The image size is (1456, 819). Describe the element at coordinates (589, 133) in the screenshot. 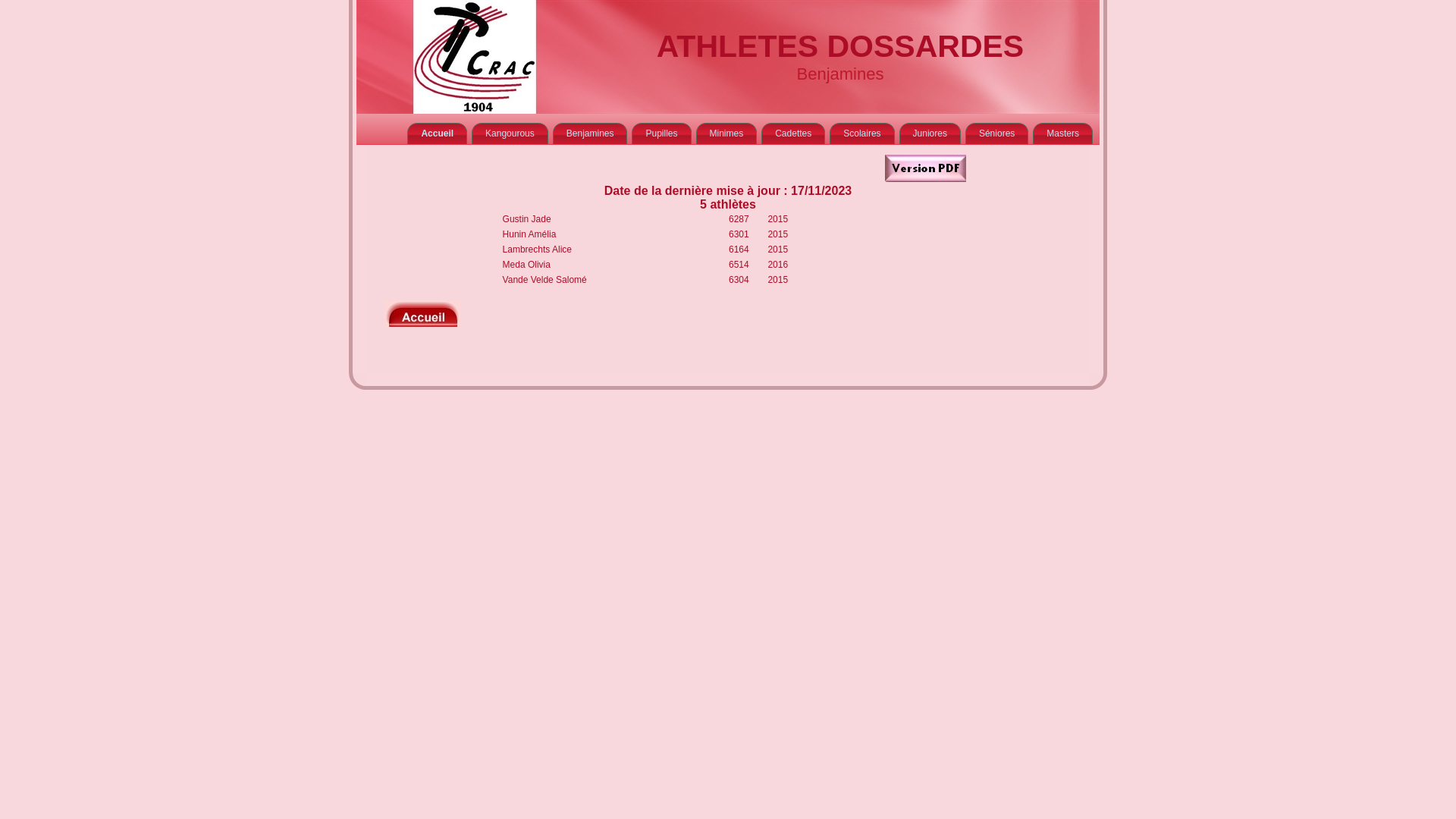

I see `'Benjamines'` at that location.